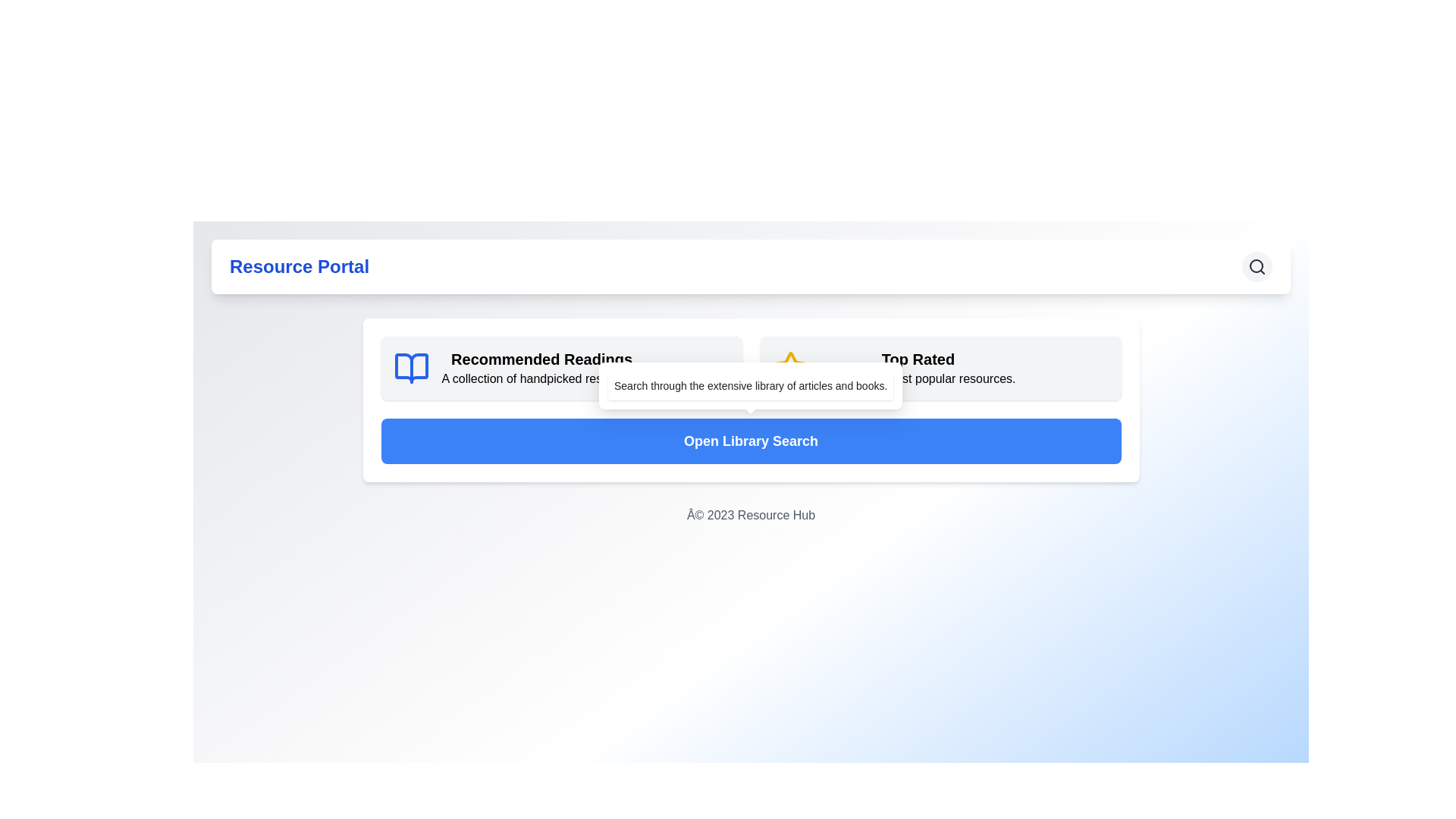  Describe the element at coordinates (1256, 265) in the screenshot. I see `the circular graphic element located within the magnifying glass icon in the top-right corner of the interface` at that location.